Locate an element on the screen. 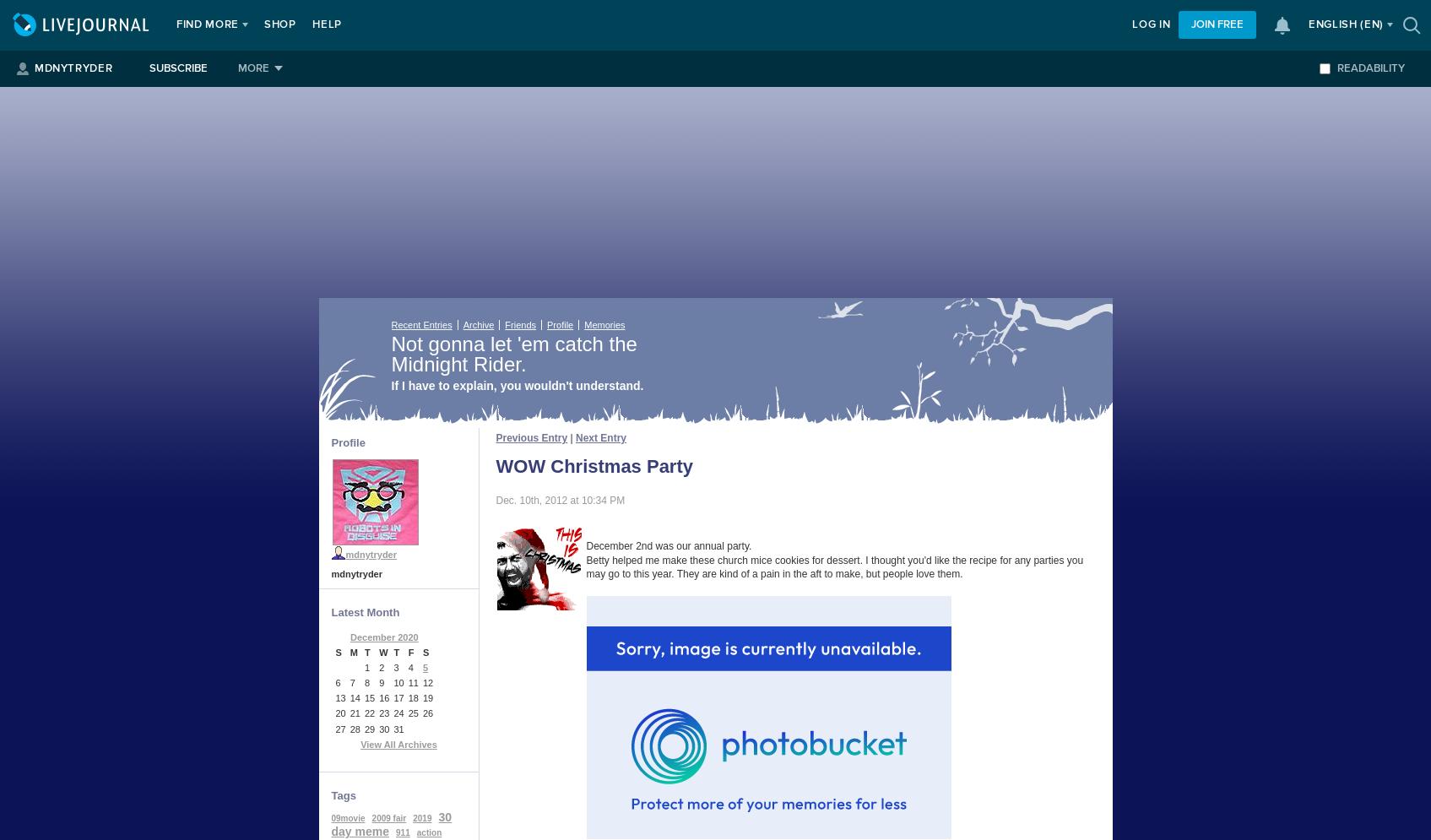 The width and height of the screenshot is (1431, 840). 'If I have to explain, you wouldn't understand.' is located at coordinates (516, 385).